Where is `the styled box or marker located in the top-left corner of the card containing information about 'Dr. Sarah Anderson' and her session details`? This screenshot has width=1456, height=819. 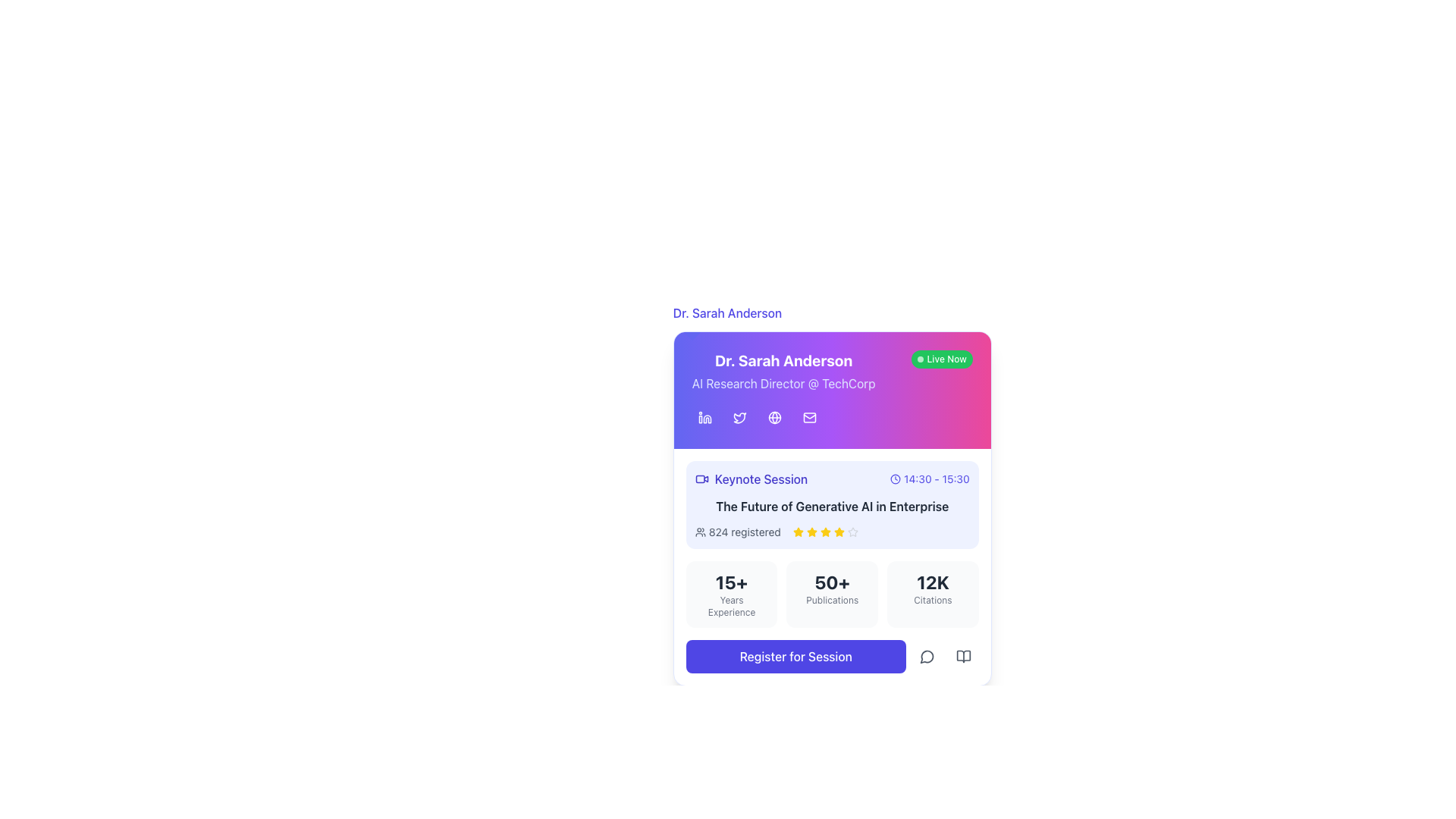 the styled box or marker located in the top-left corner of the card containing information about 'Dr. Sarah Anderson' and her session details is located at coordinates (691, 331).